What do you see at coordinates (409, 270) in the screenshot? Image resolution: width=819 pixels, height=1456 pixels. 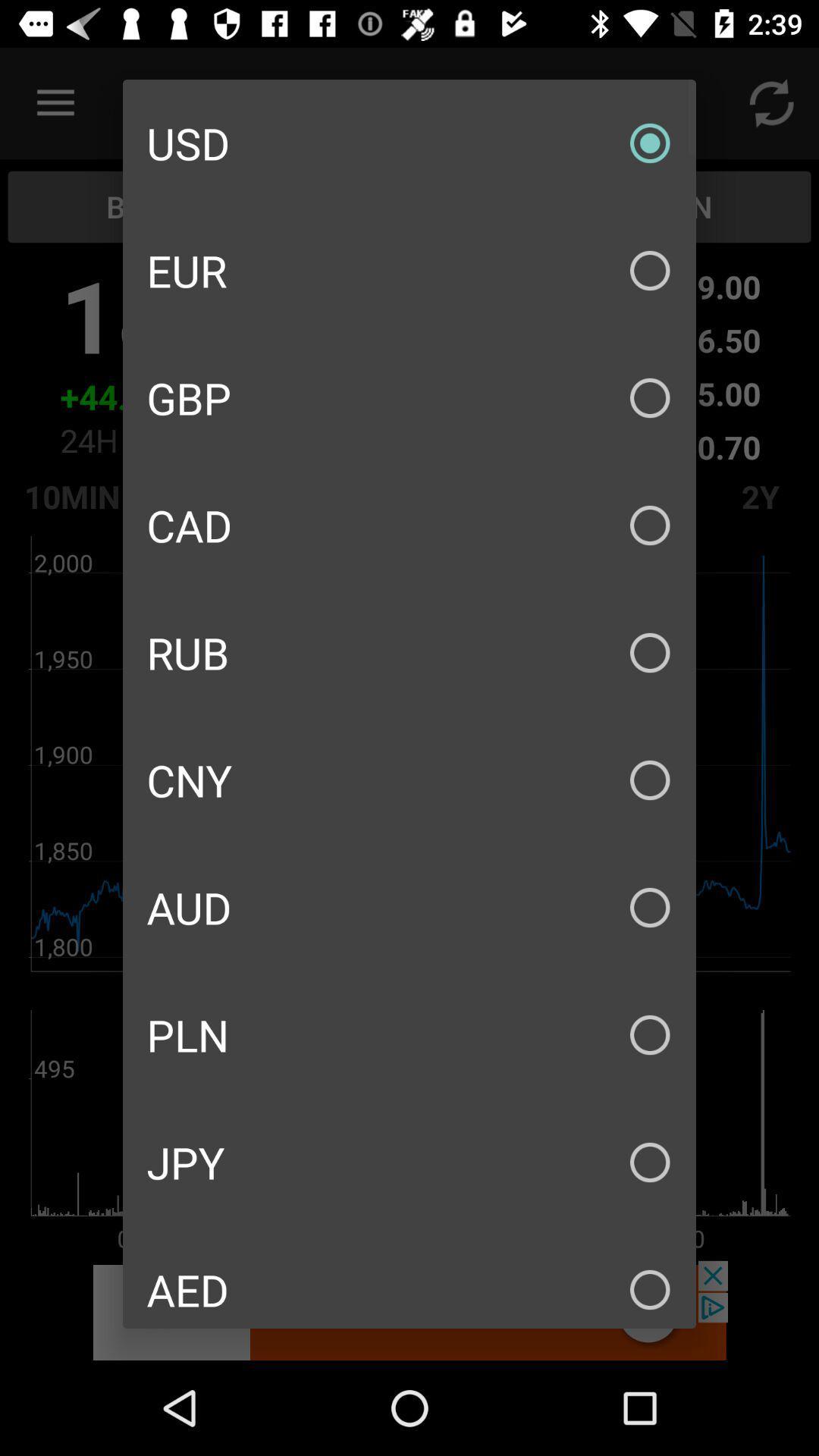 I see `the eur icon` at bounding box center [409, 270].